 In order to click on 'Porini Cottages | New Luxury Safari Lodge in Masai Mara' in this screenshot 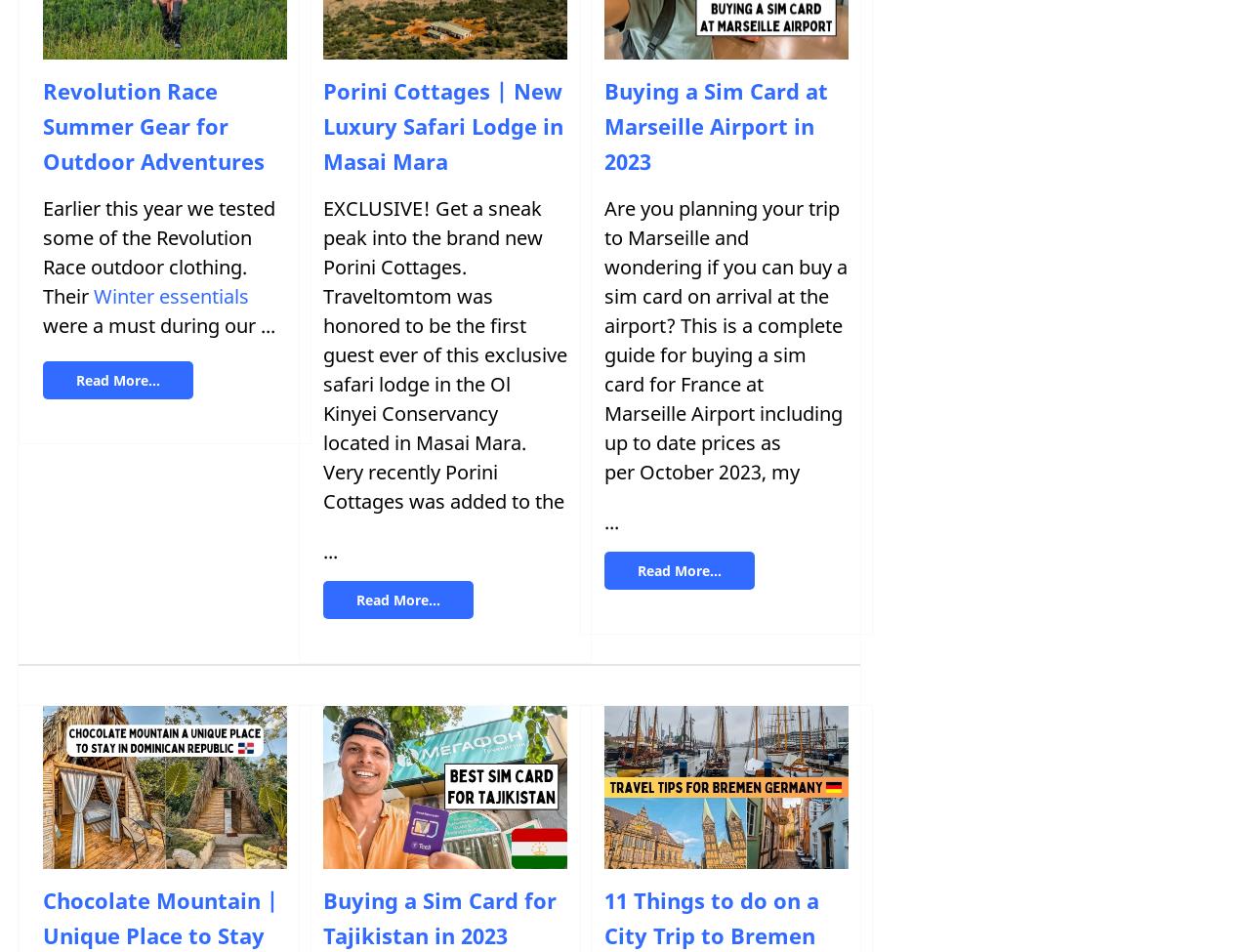, I will do `click(442, 125)`.